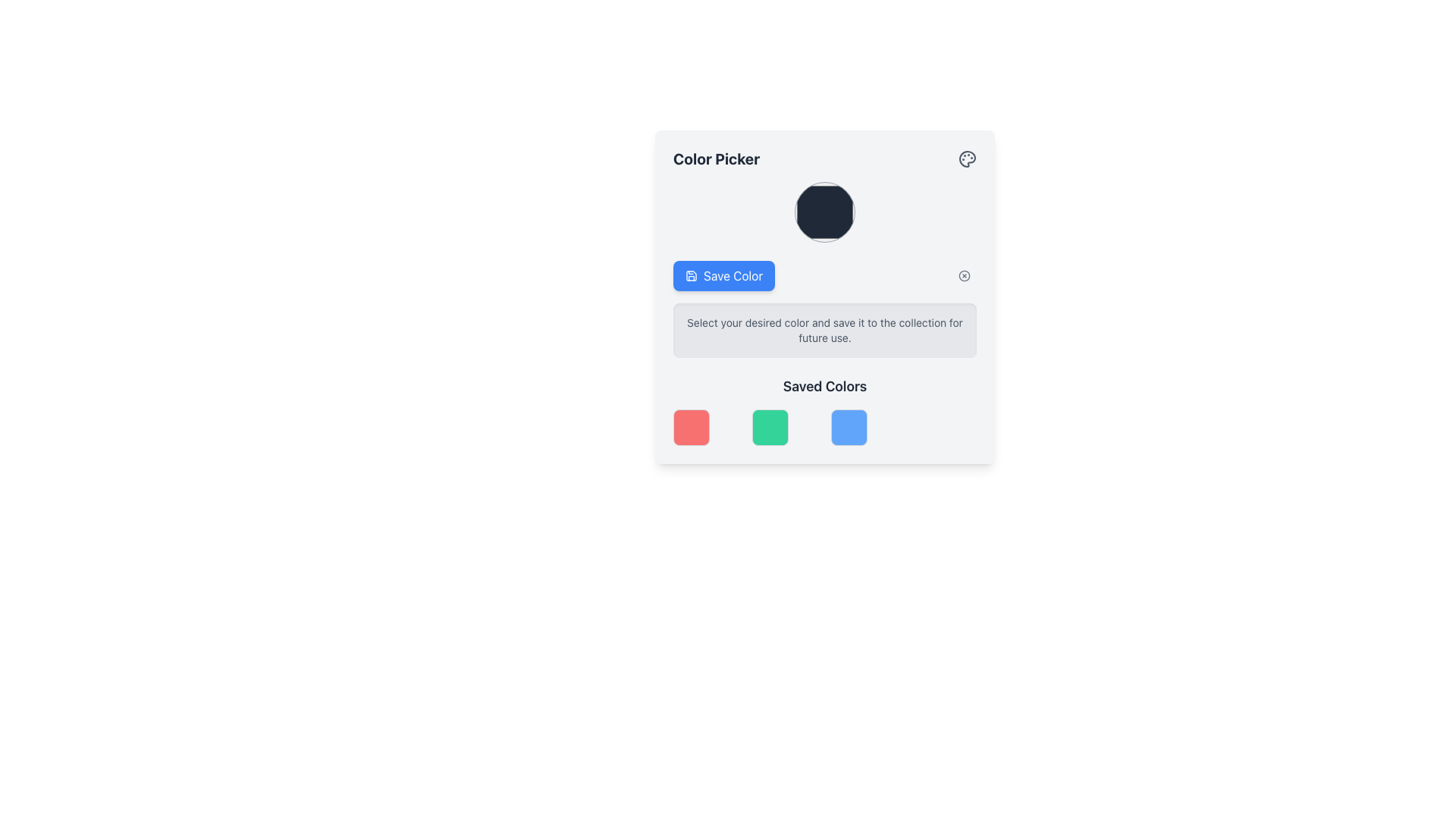 This screenshot has width=1456, height=819. Describe the element at coordinates (967, 158) in the screenshot. I see `the color management icon located` at that location.